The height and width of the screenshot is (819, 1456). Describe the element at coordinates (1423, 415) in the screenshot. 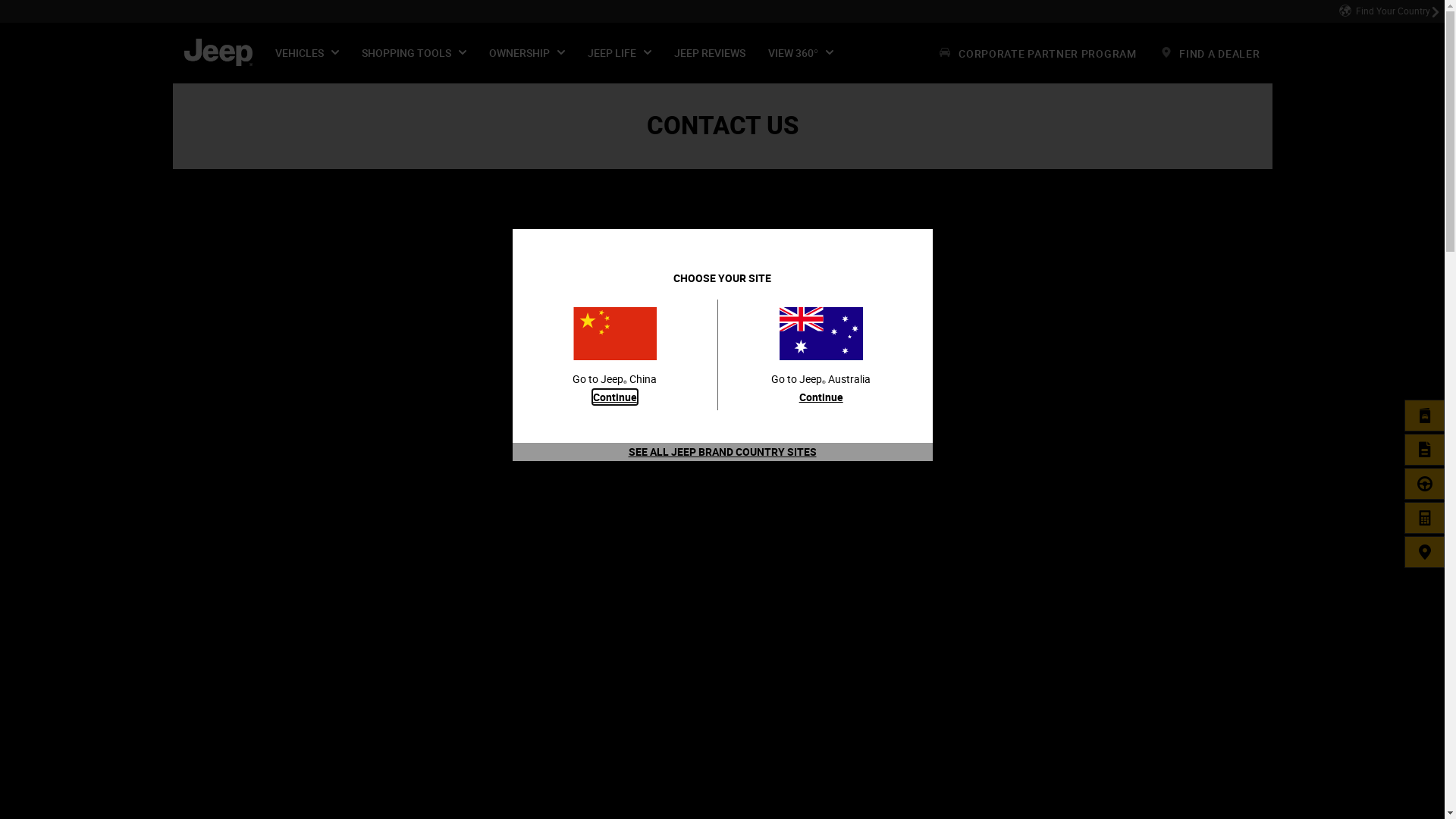

I see `'BROCHURE'` at that location.